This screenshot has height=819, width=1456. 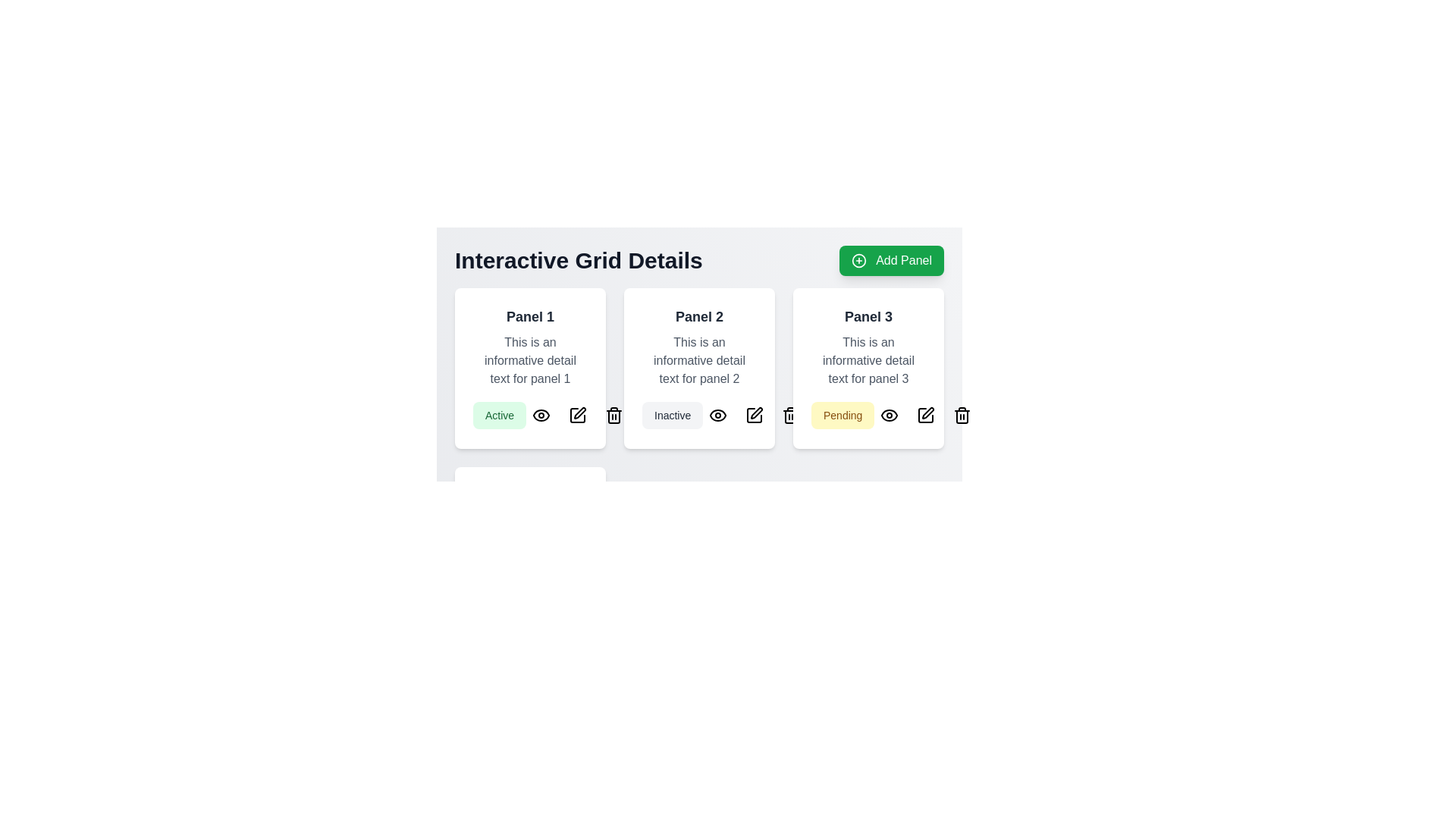 What do you see at coordinates (754, 415) in the screenshot?
I see `the edit button, which is a rectangular icon resembling a pencil, located in the middle of a row of three icons beneath the 'Panel 2' card` at bounding box center [754, 415].